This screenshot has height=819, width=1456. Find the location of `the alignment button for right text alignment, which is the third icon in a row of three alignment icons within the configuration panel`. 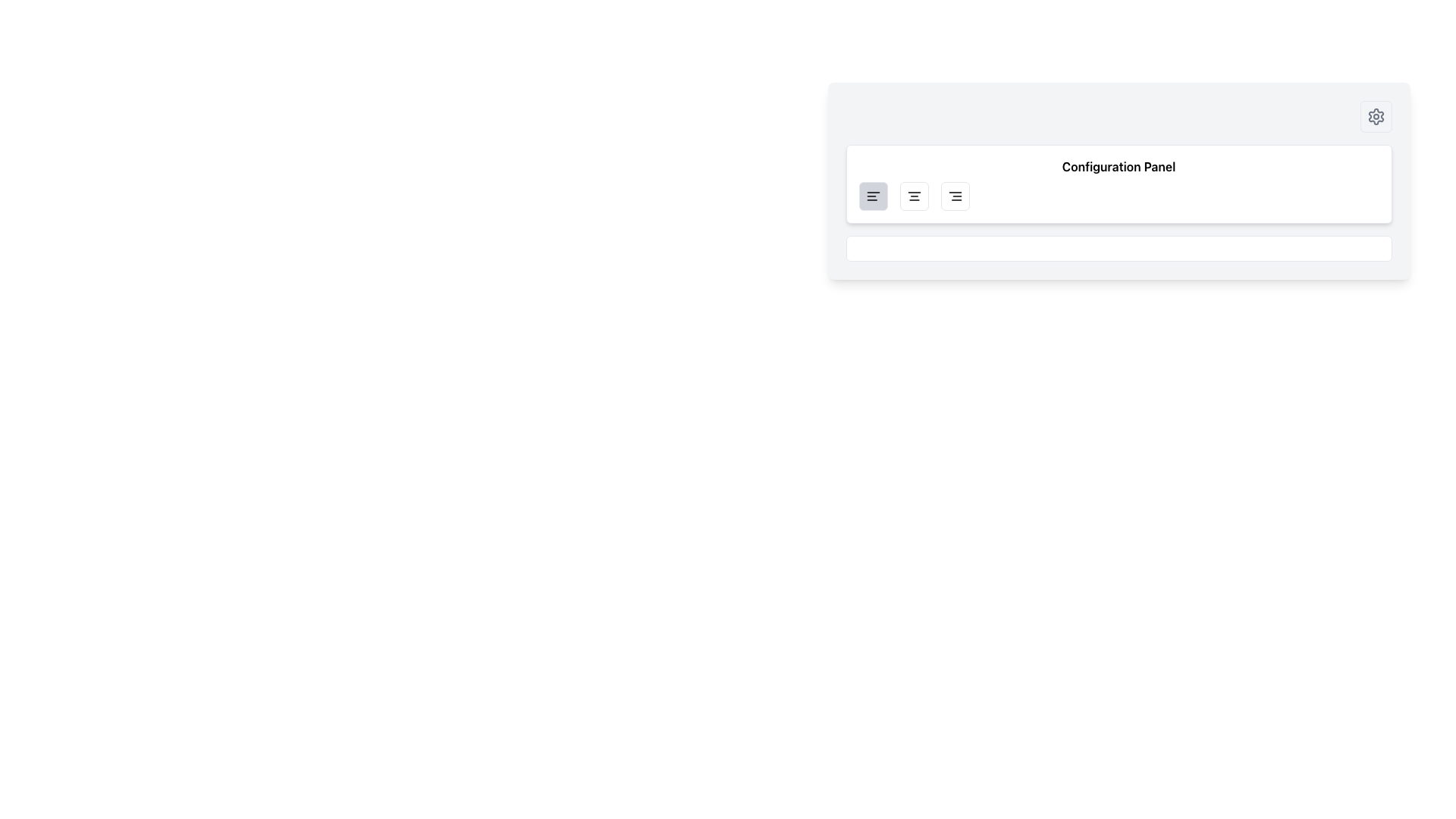

the alignment button for right text alignment, which is the third icon in a row of three alignment icons within the configuration panel is located at coordinates (954, 195).